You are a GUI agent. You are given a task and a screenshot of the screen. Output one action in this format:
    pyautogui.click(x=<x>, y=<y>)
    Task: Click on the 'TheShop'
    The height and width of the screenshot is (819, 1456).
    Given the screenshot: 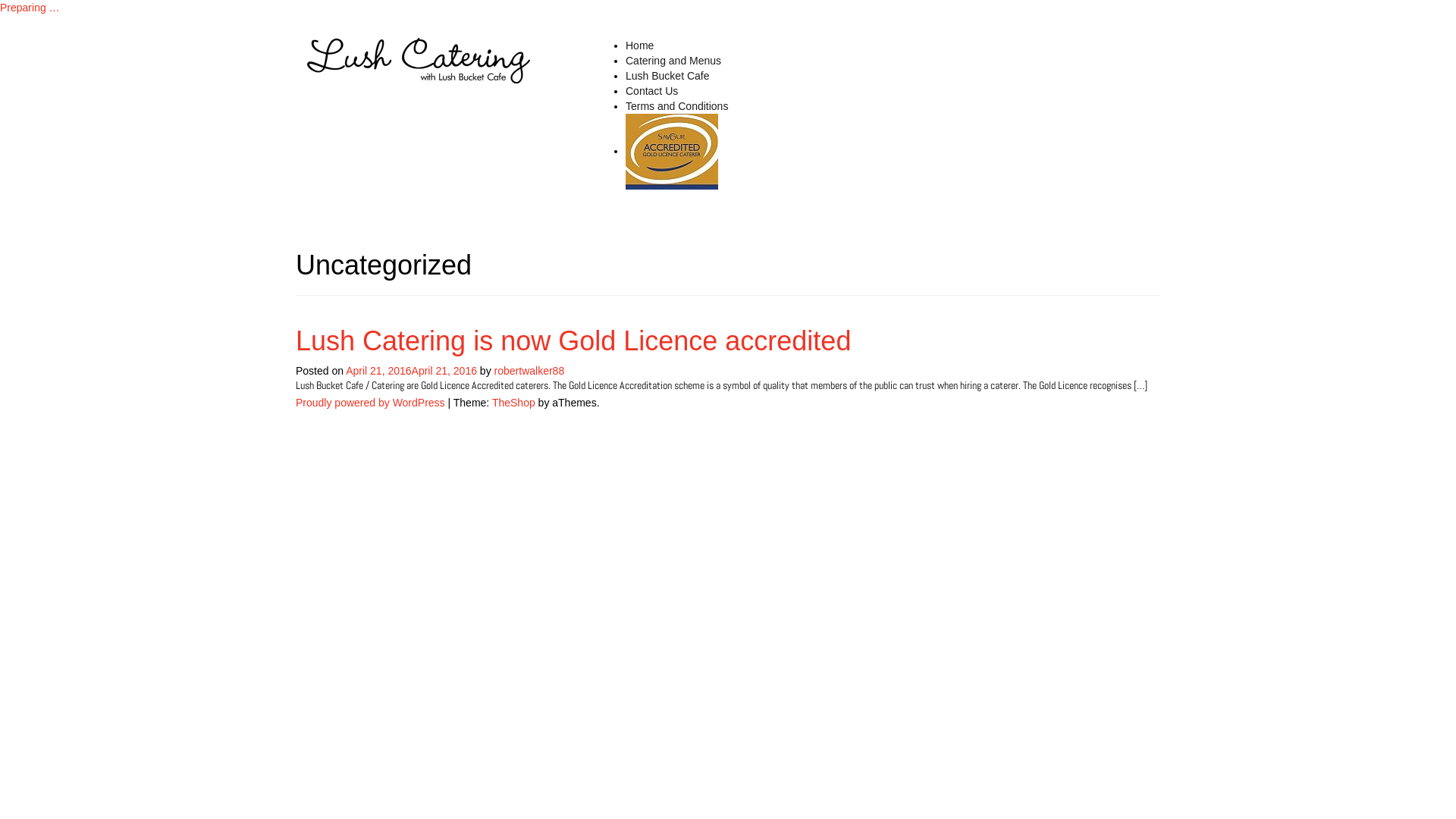 What is the action you would take?
    pyautogui.click(x=491, y=402)
    